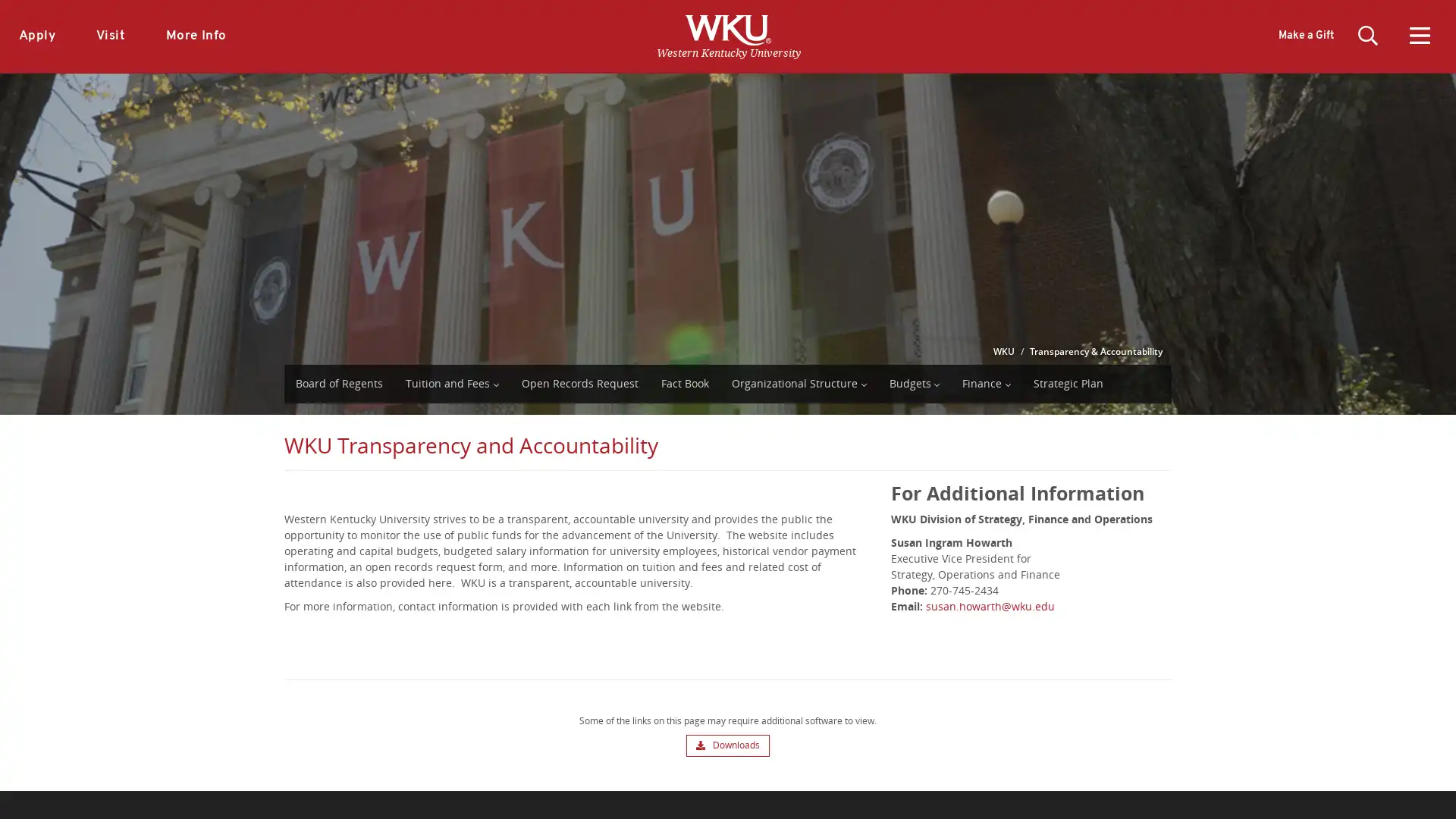 The width and height of the screenshot is (1456, 819). I want to click on Downloads, so click(726, 745).